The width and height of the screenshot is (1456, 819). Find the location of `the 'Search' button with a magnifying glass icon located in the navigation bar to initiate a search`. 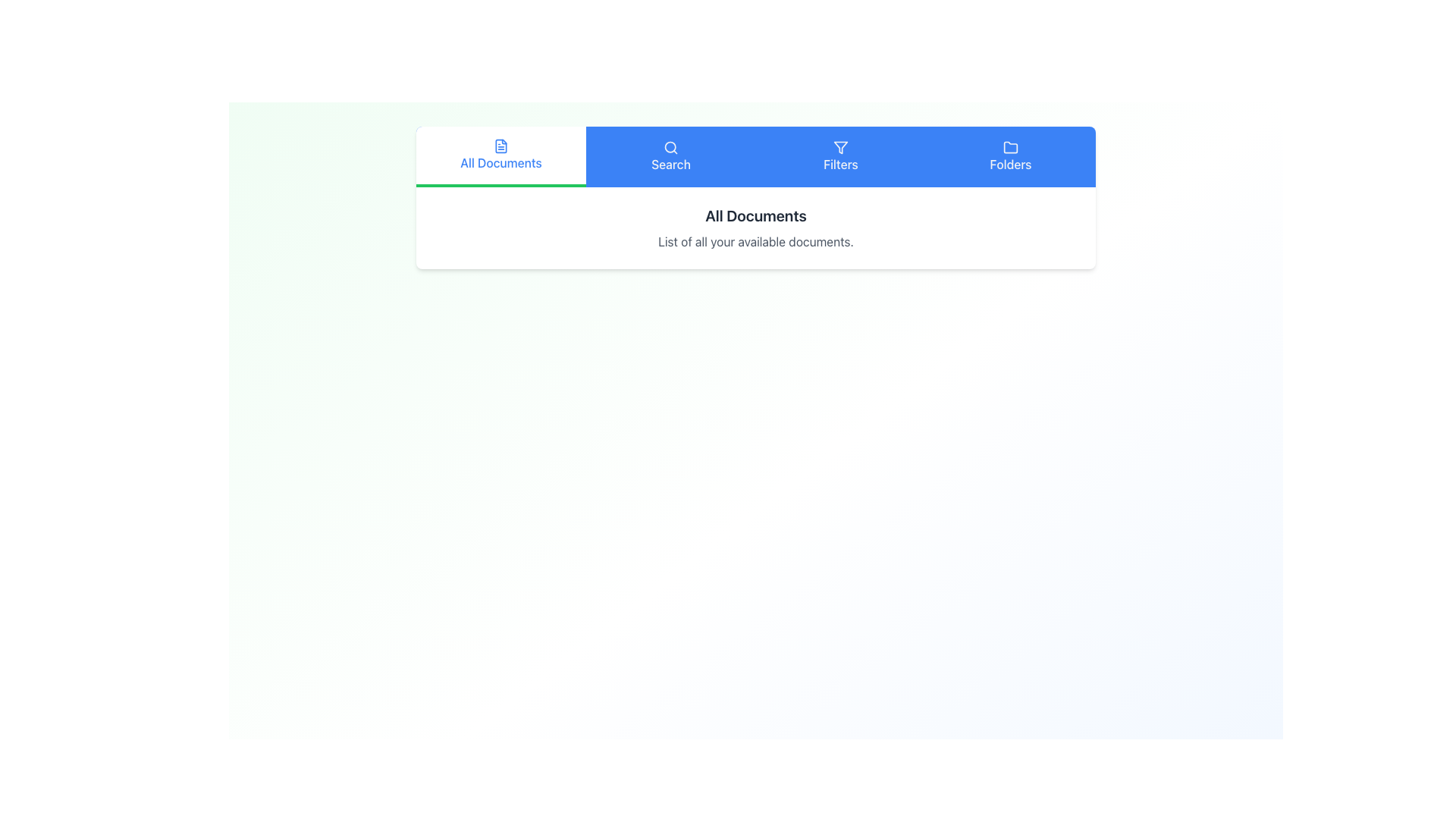

the 'Search' button with a magnifying glass icon located in the navigation bar to initiate a search is located at coordinates (670, 157).